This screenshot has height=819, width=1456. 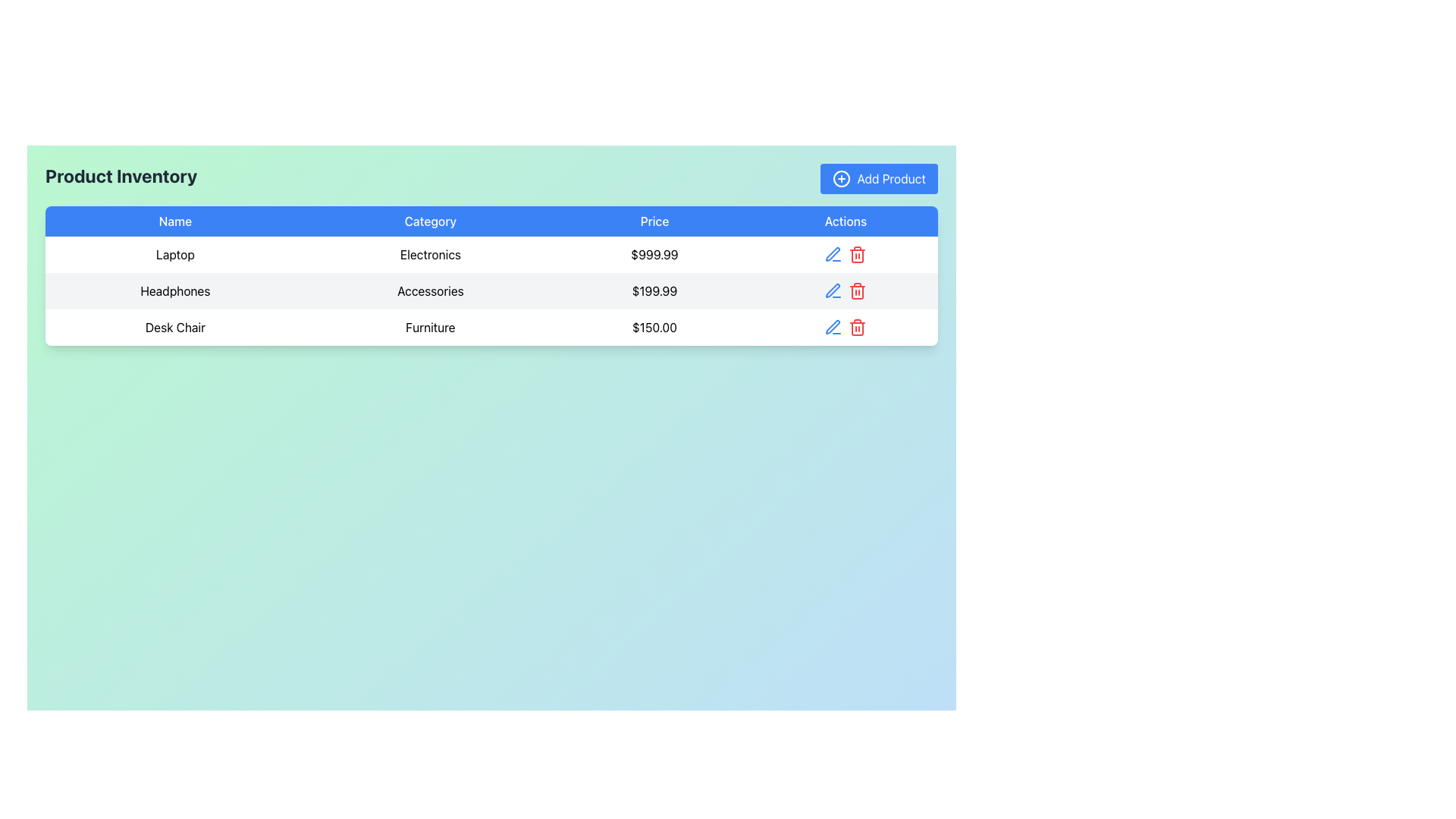 I want to click on the text label displaying the price '$150.00' for the Desk Chair in the third row of the table under the 'Price' column, so click(x=654, y=327).